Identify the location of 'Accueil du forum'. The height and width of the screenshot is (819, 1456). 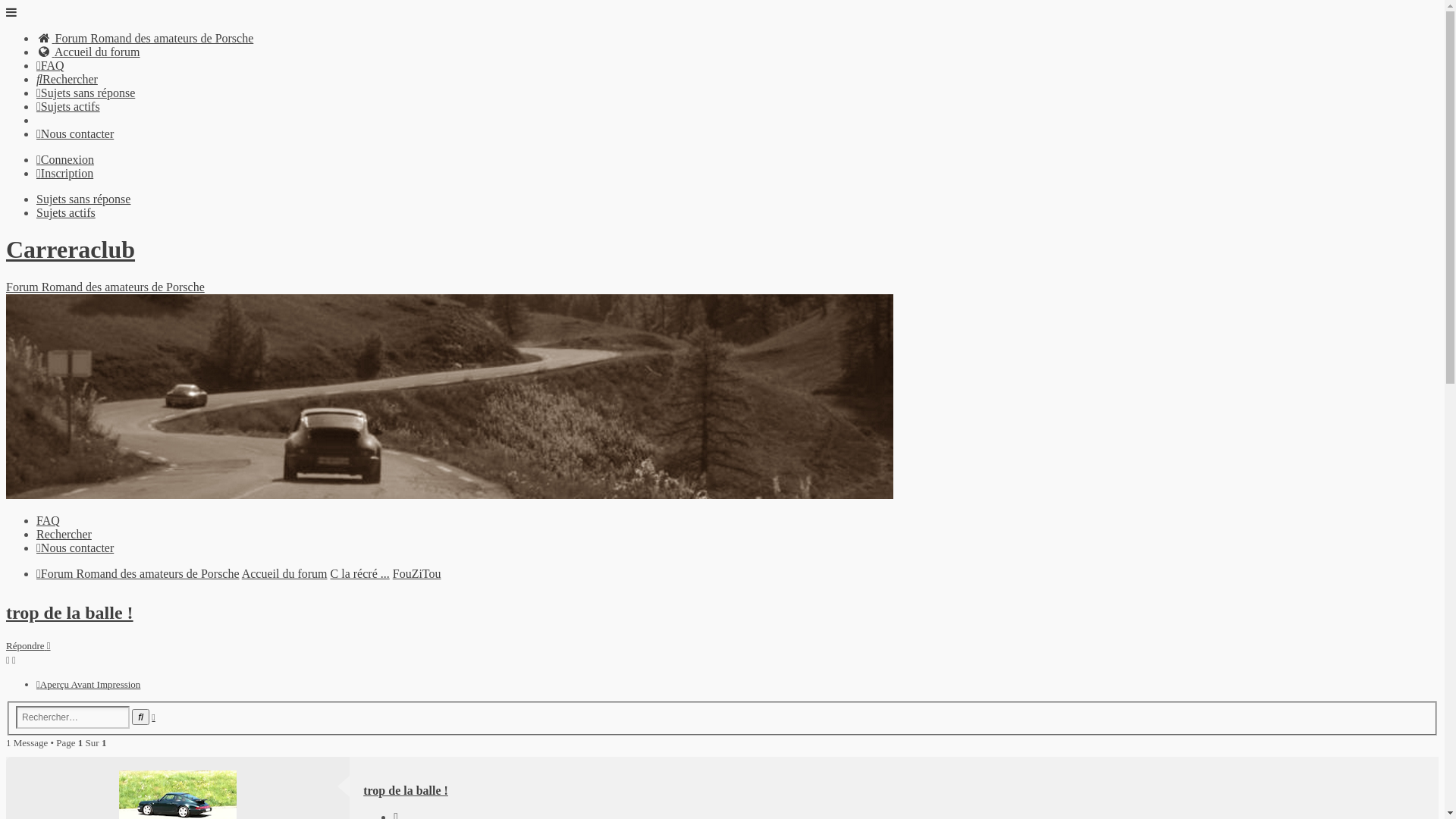
(87, 51).